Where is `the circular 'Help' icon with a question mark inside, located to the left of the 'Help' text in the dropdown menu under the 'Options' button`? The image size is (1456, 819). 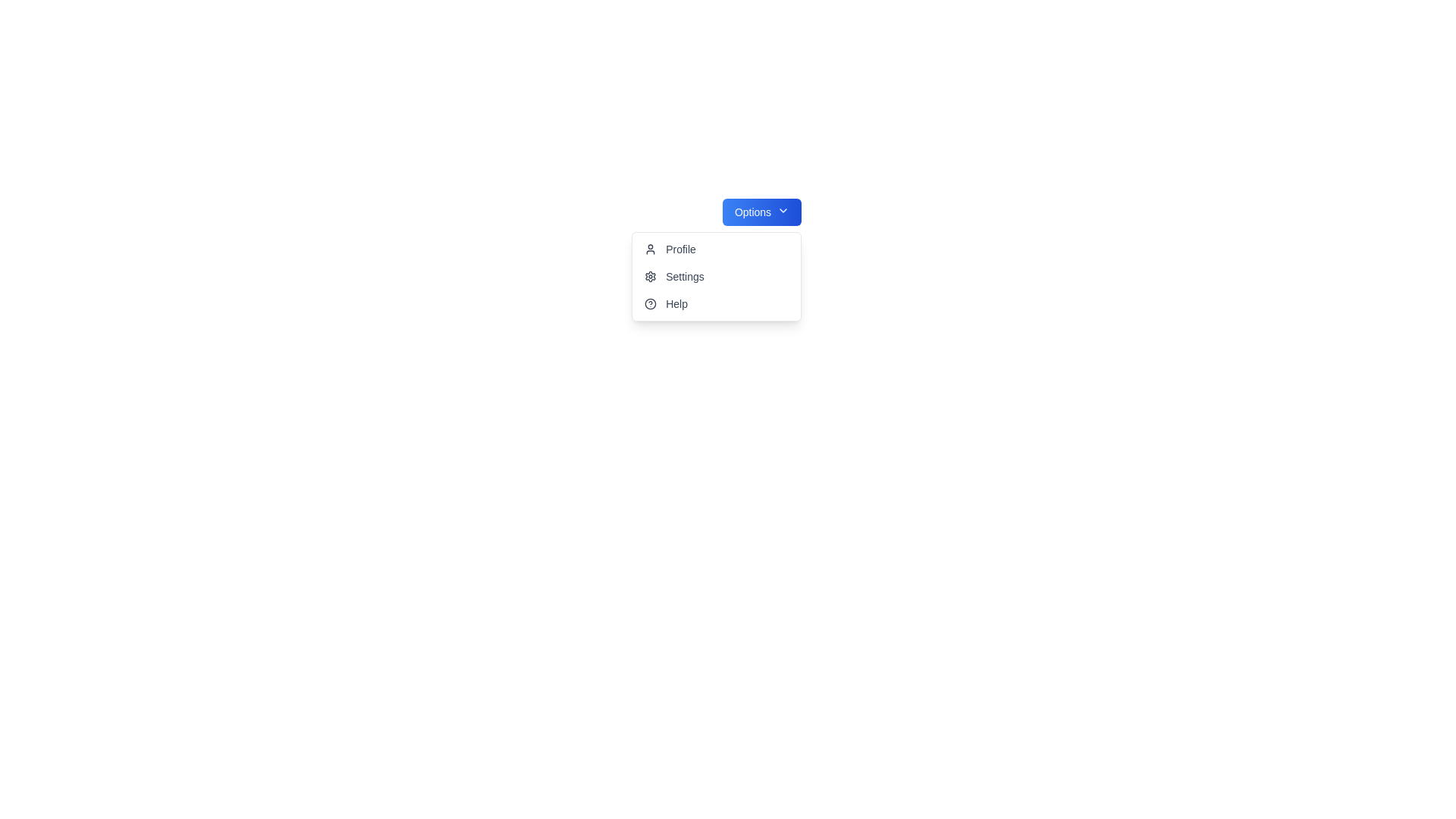 the circular 'Help' icon with a question mark inside, located to the left of the 'Help' text in the dropdown menu under the 'Options' button is located at coordinates (651, 304).